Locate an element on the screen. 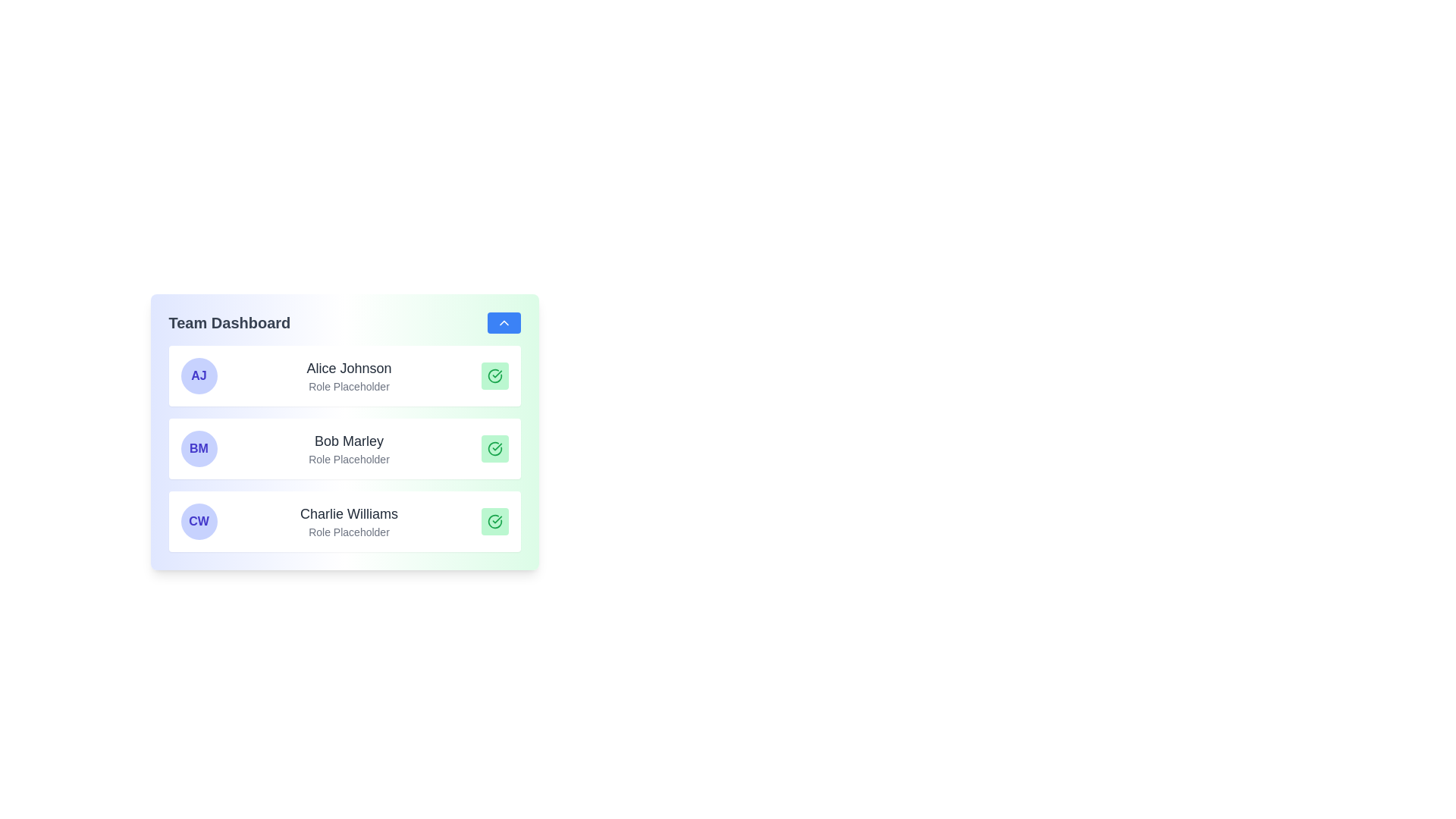 The image size is (1456, 819). text content of the 'Role Placeholder' label, which is a small gray text positioned beneath the title 'Bob Marley' in a vertically stacked list is located at coordinates (348, 458).